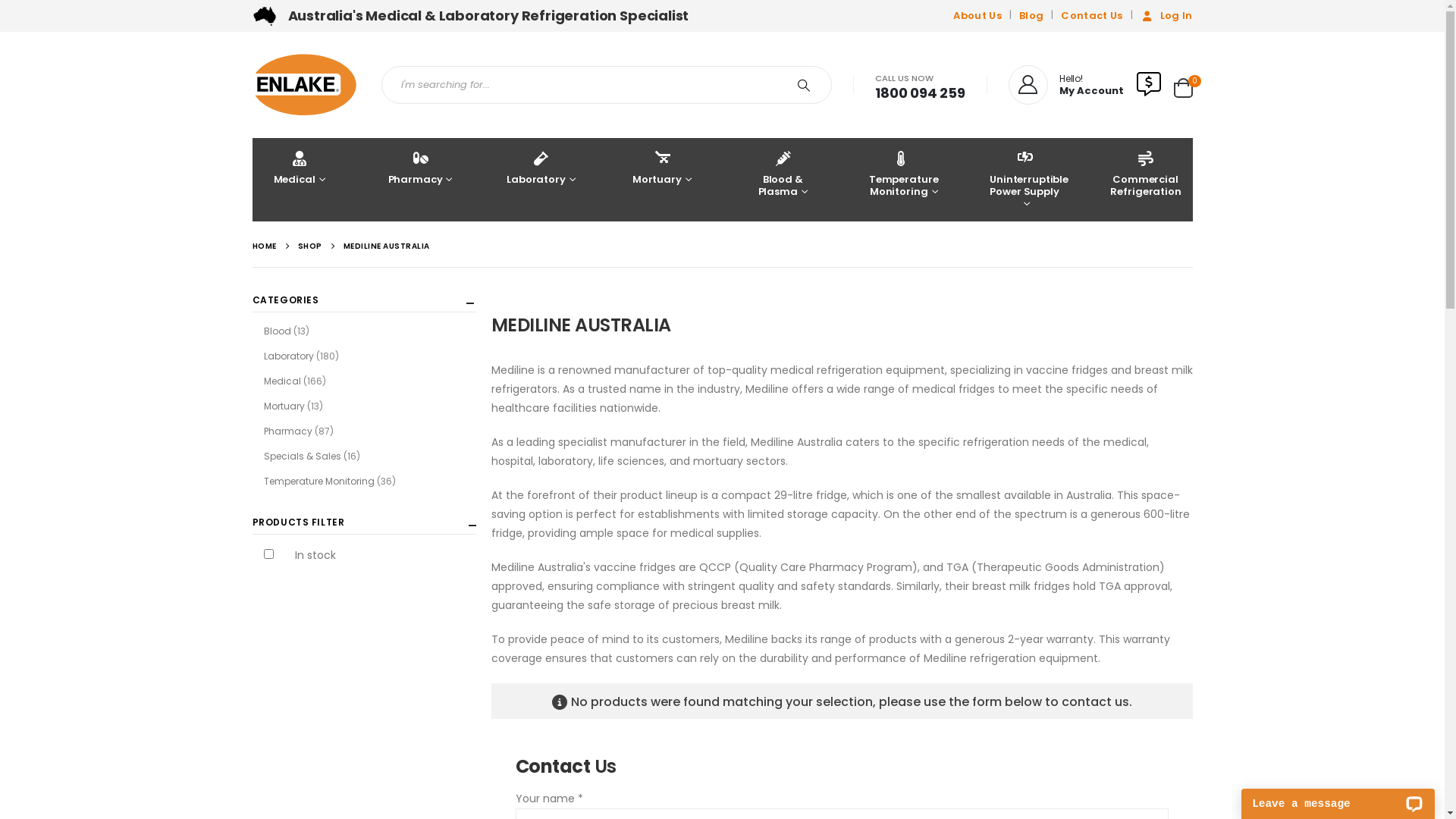  Describe the element at coordinates (919, 93) in the screenshot. I see `'1800 094 259'` at that location.